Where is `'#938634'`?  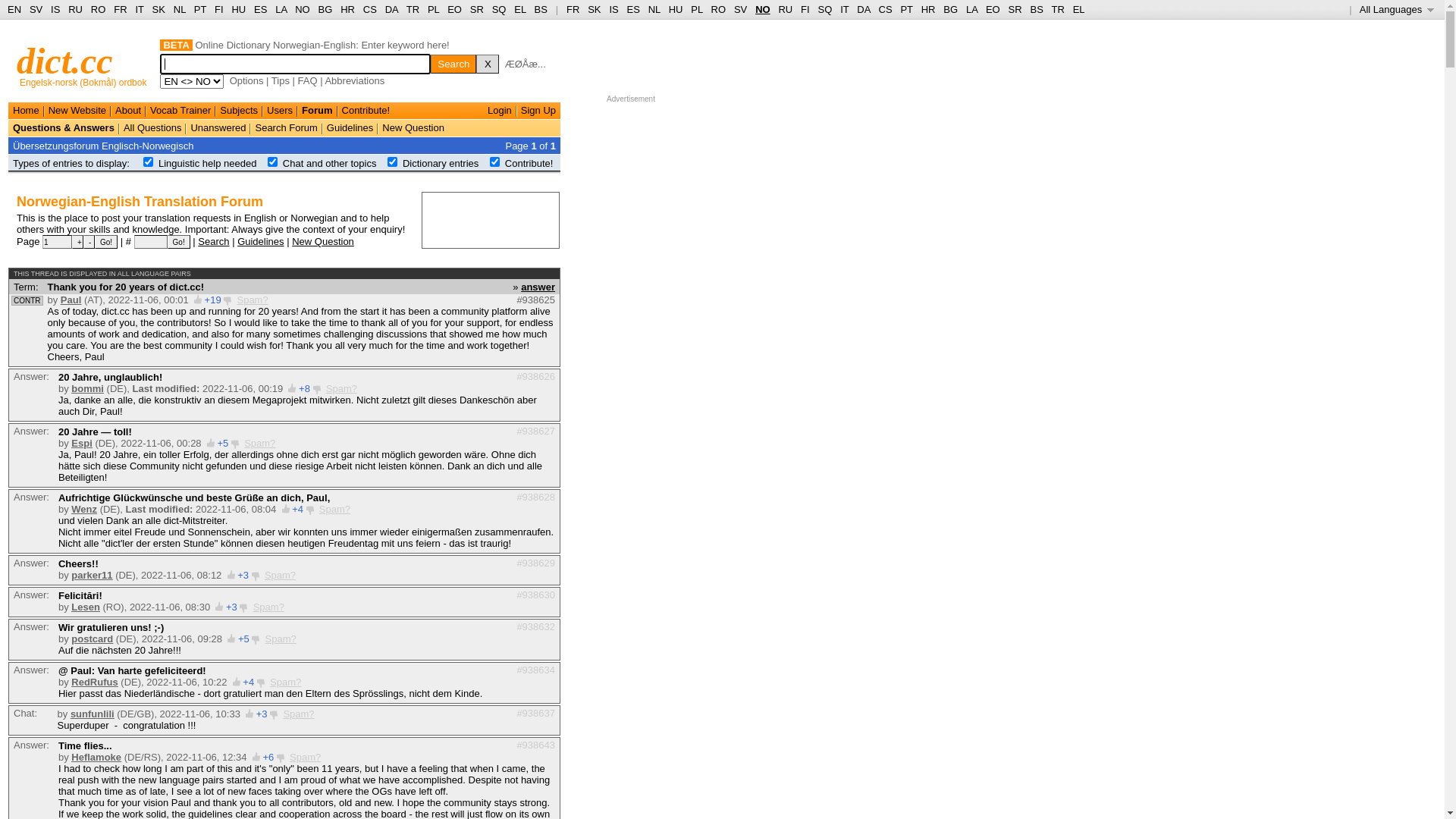
'#938634' is located at coordinates (535, 669).